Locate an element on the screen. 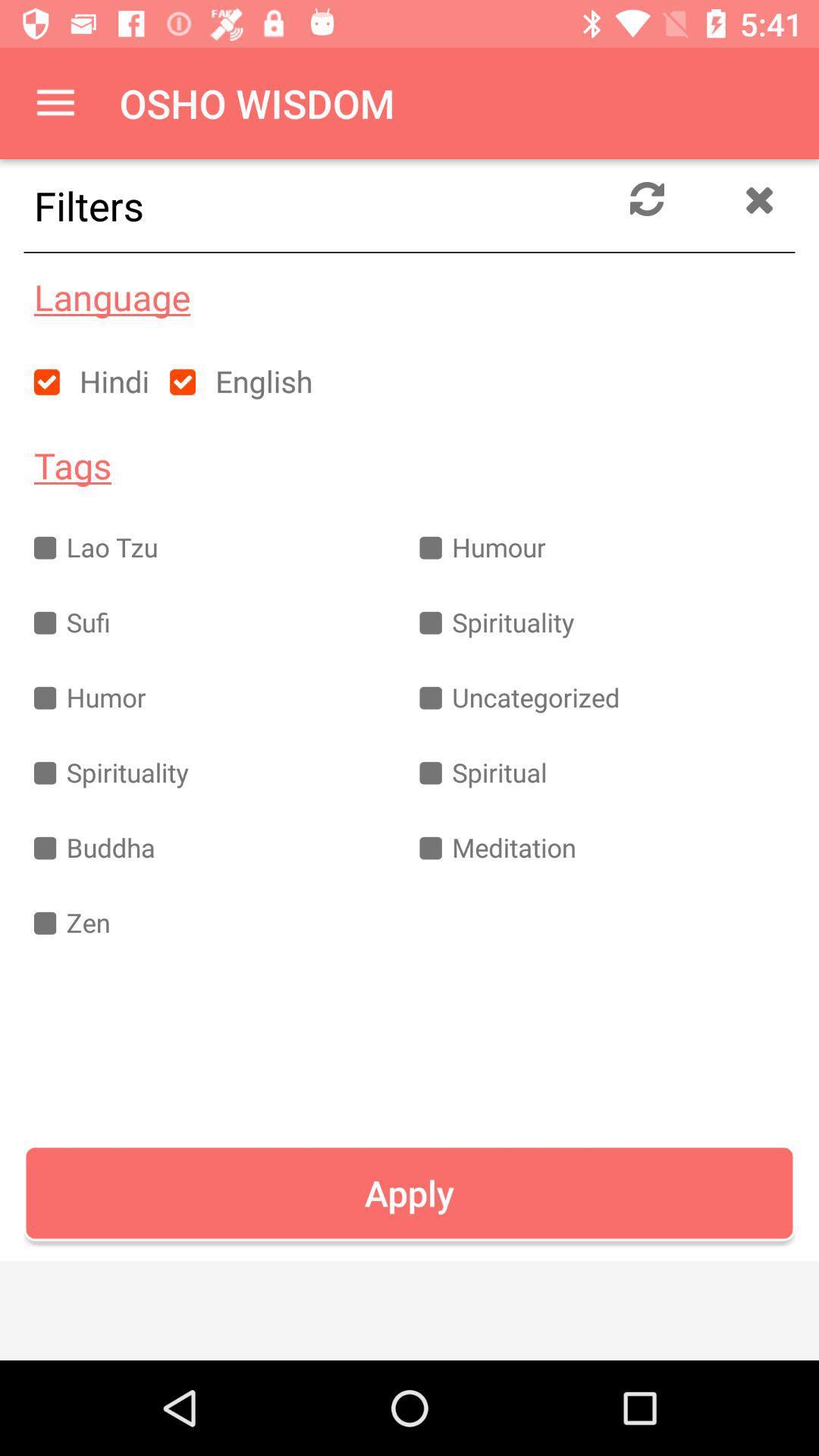  item above filters is located at coordinates (55, 102).